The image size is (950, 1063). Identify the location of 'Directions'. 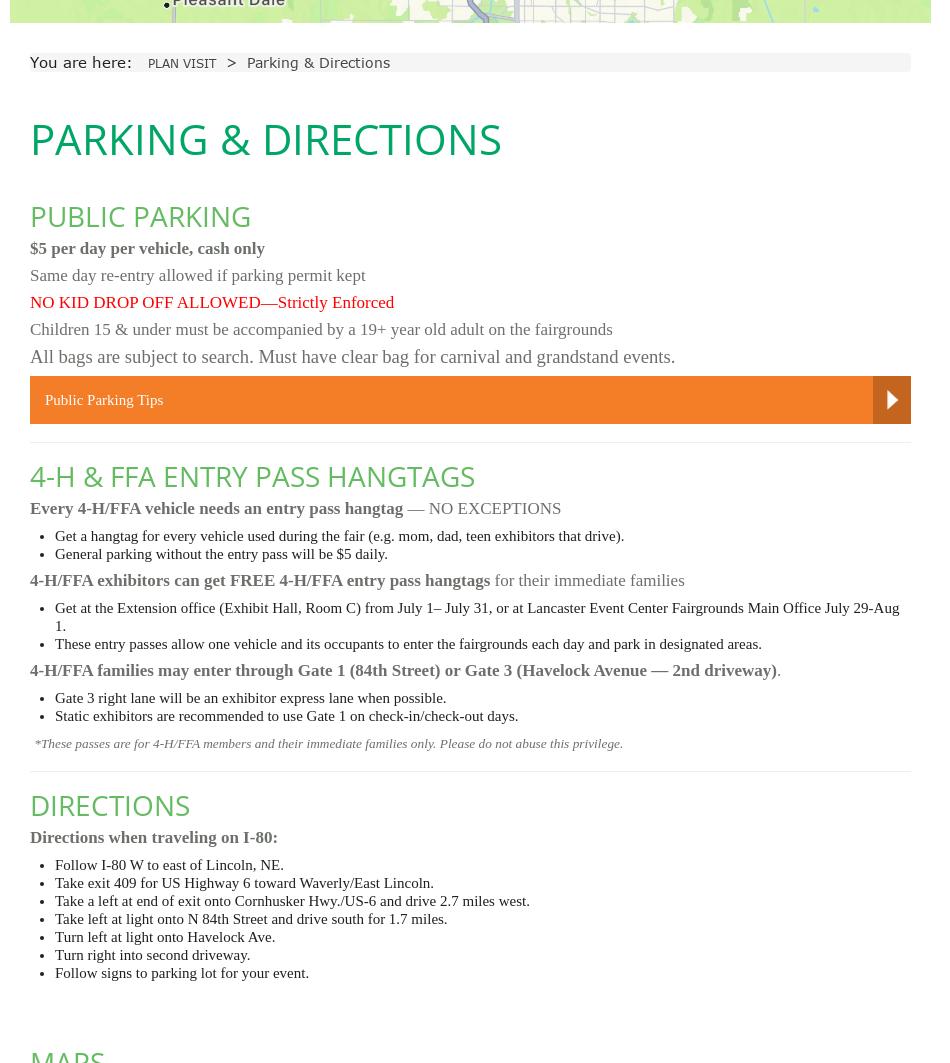
(110, 804).